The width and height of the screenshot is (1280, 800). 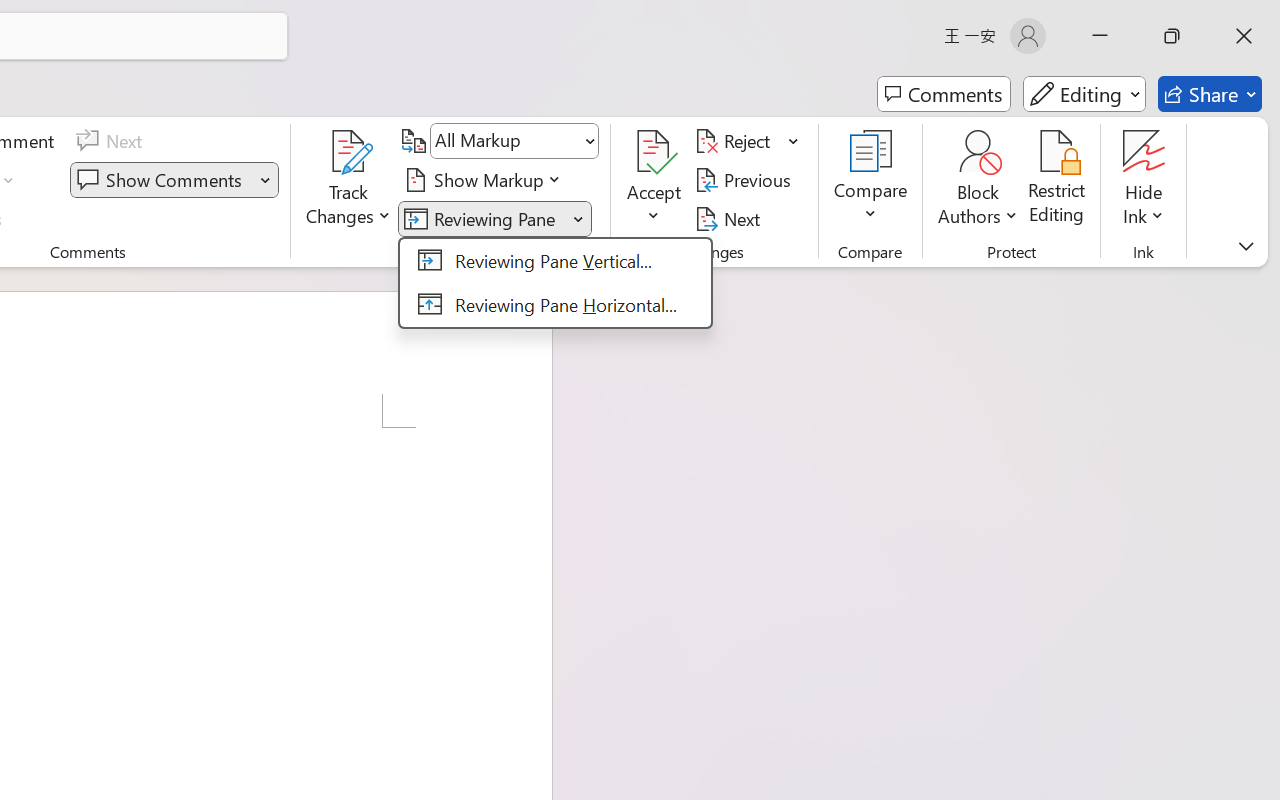 What do you see at coordinates (483, 218) in the screenshot?
I see `'Reviewing Pane'` at bounding box center [483, 218].